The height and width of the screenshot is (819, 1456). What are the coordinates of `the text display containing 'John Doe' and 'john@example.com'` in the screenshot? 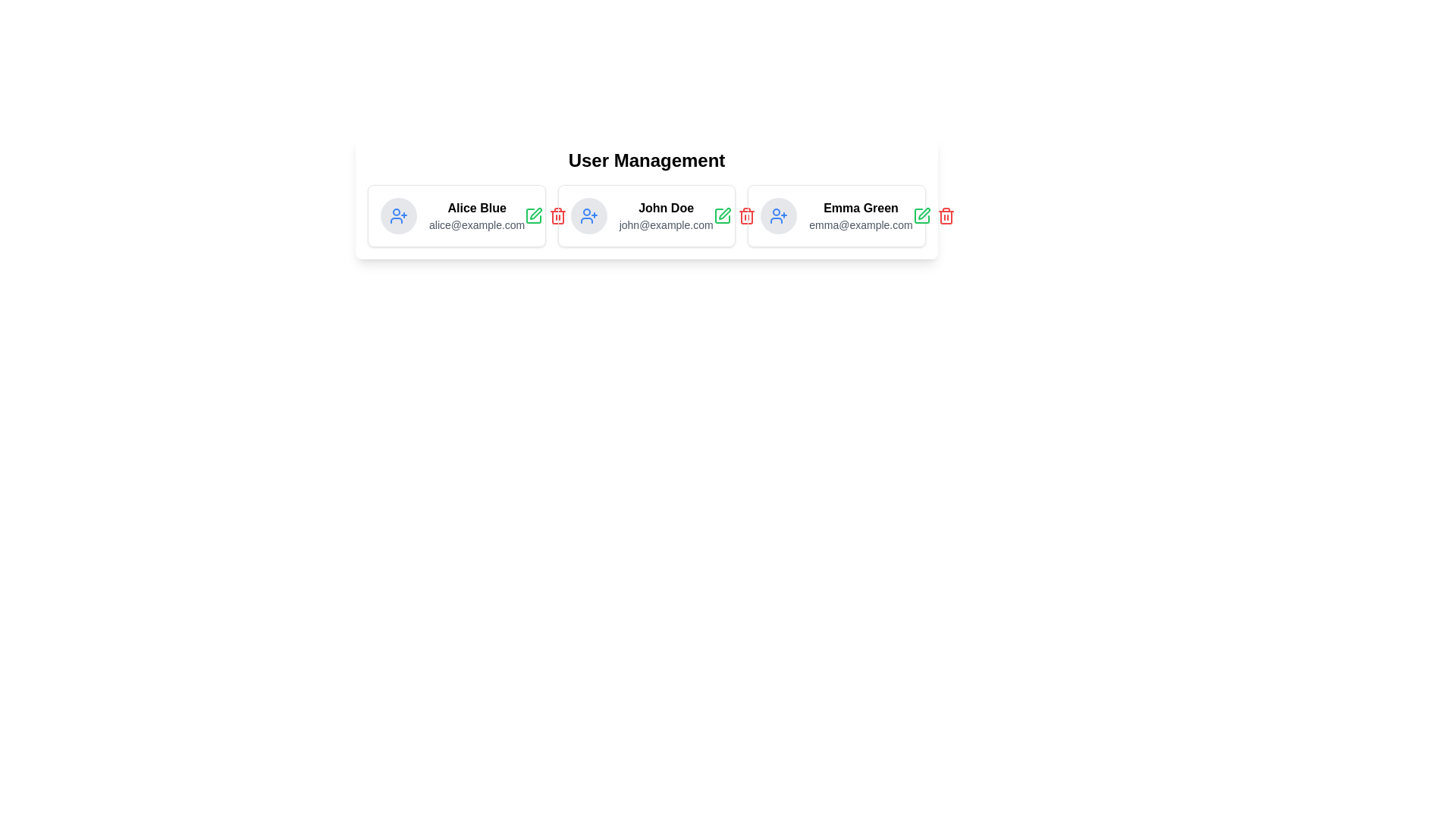 It's located at (666, 216).